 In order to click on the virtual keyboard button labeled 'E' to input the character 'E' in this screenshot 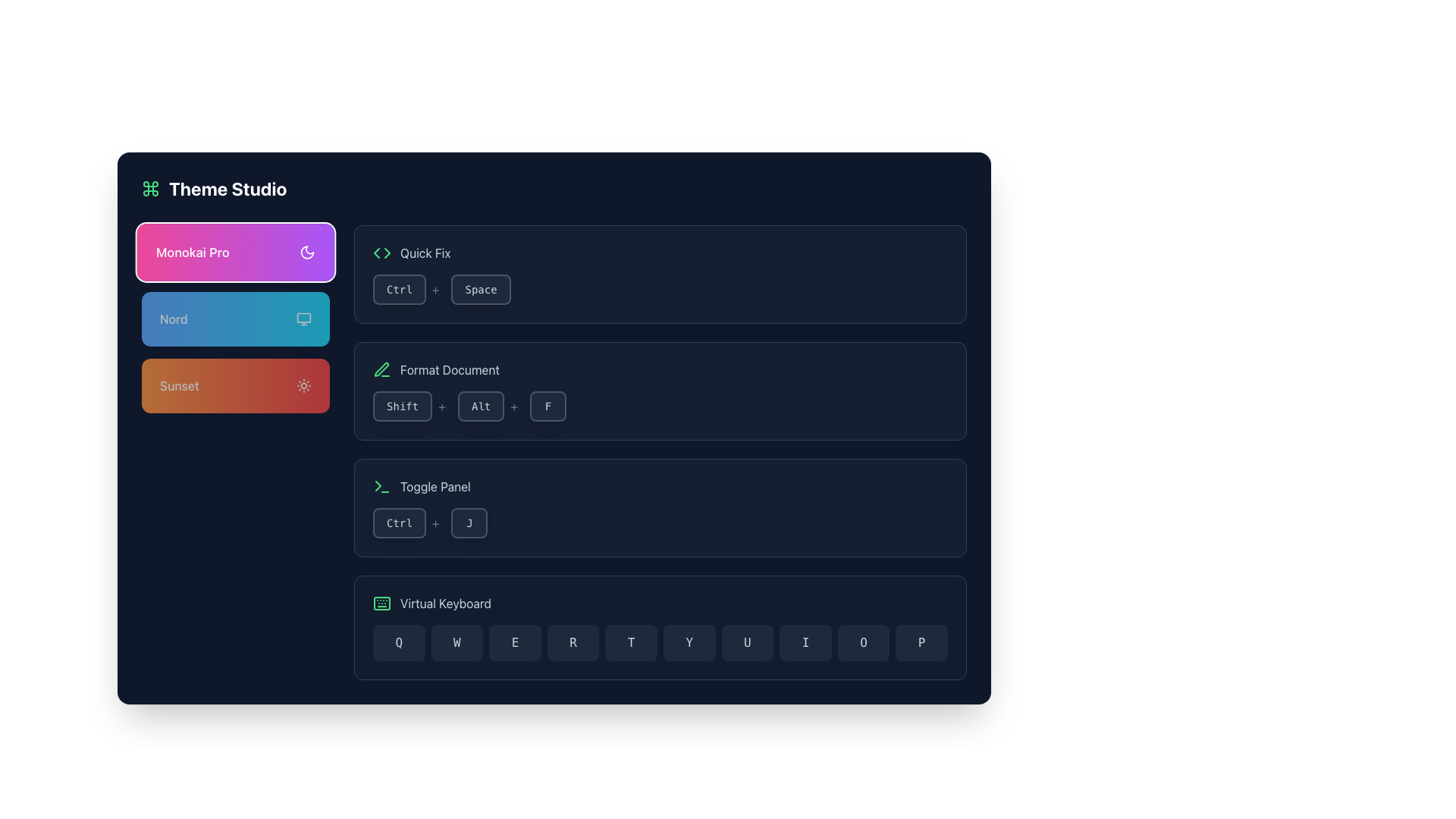, I will do `click(515, 643)`.